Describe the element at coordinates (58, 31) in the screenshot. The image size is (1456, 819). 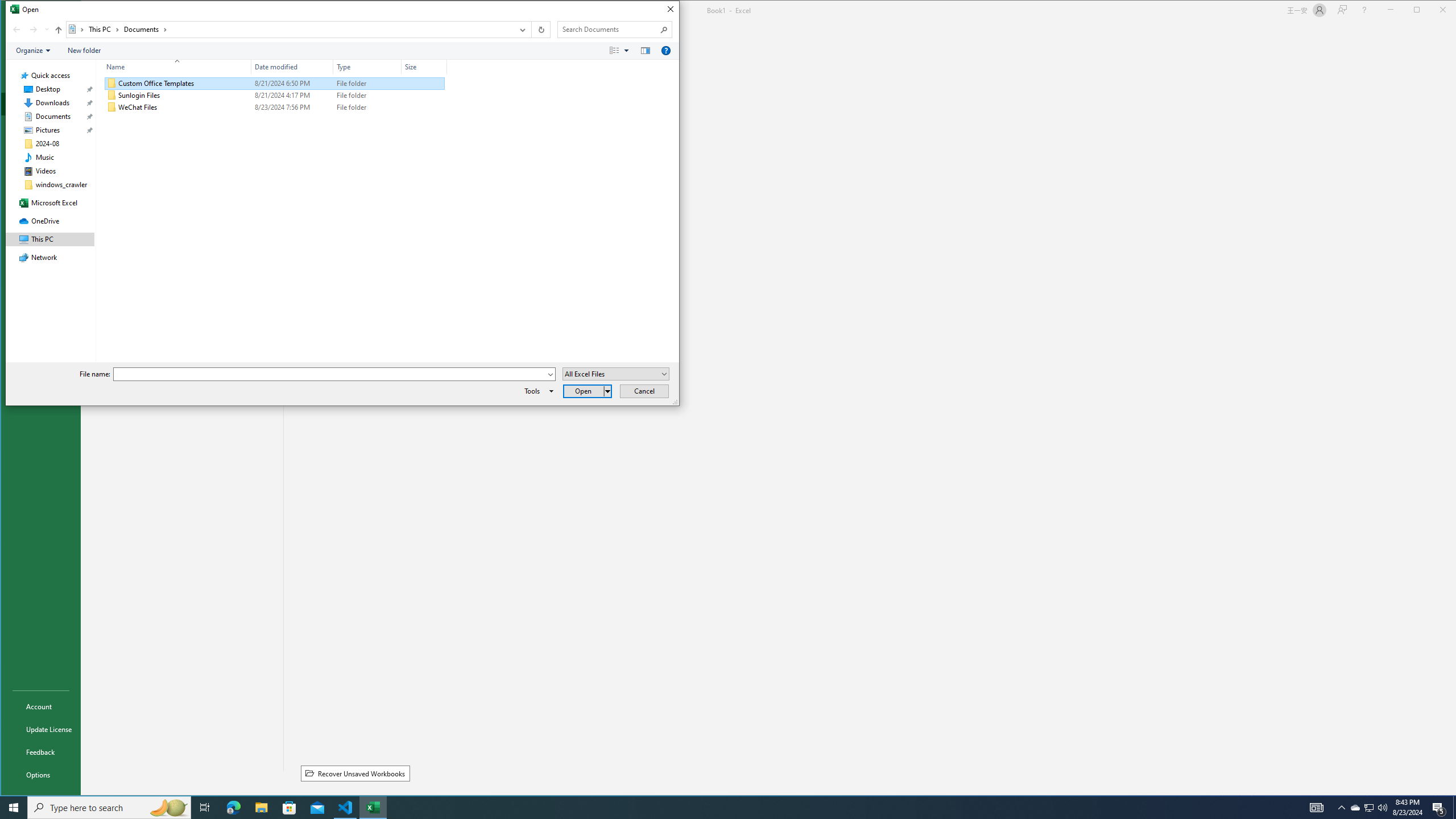
I see `'Up band toolbar'` at that location.